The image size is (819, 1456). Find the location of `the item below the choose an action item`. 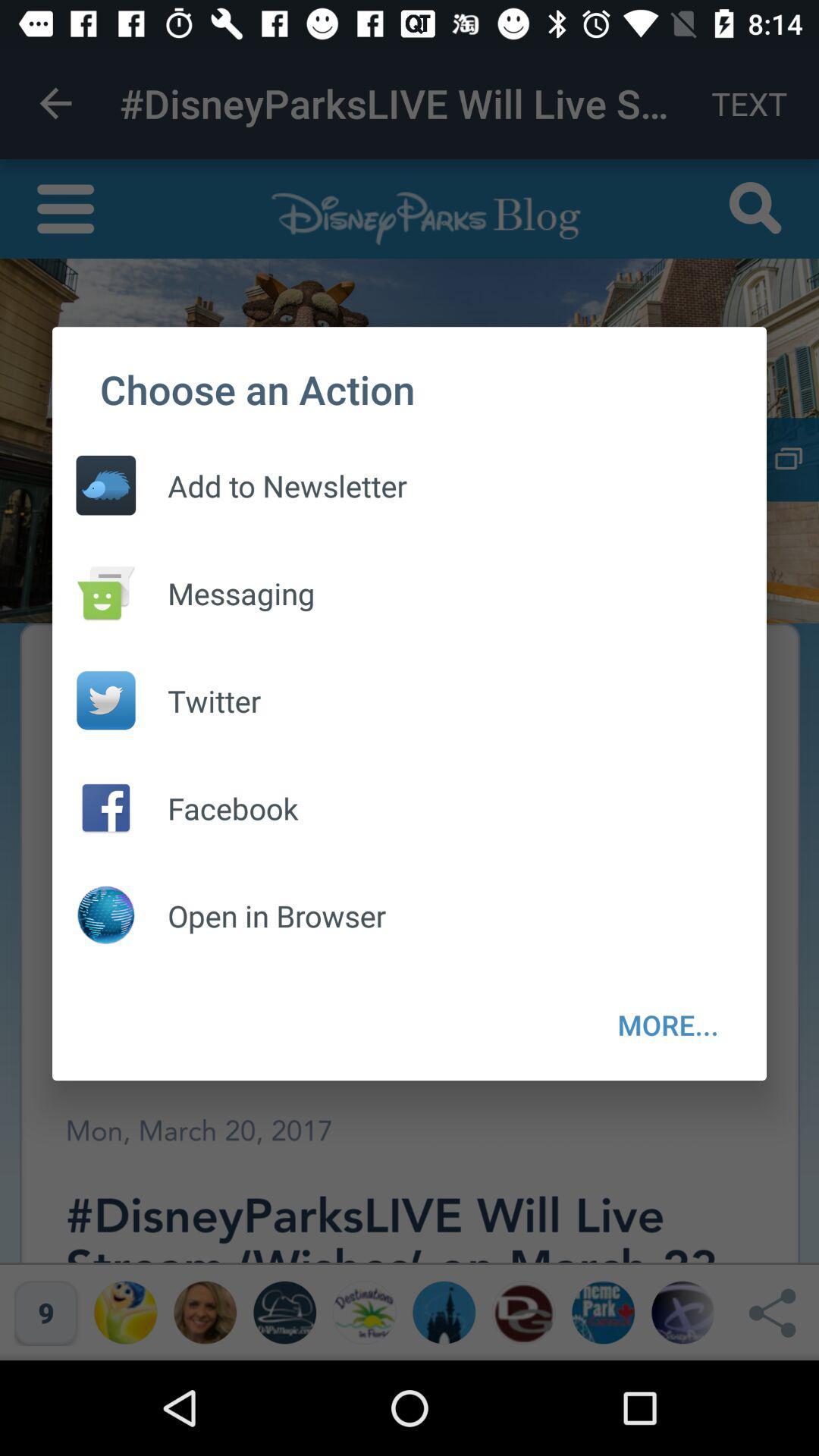

the item below the choose an action item is located at coordinates (667, 1025).